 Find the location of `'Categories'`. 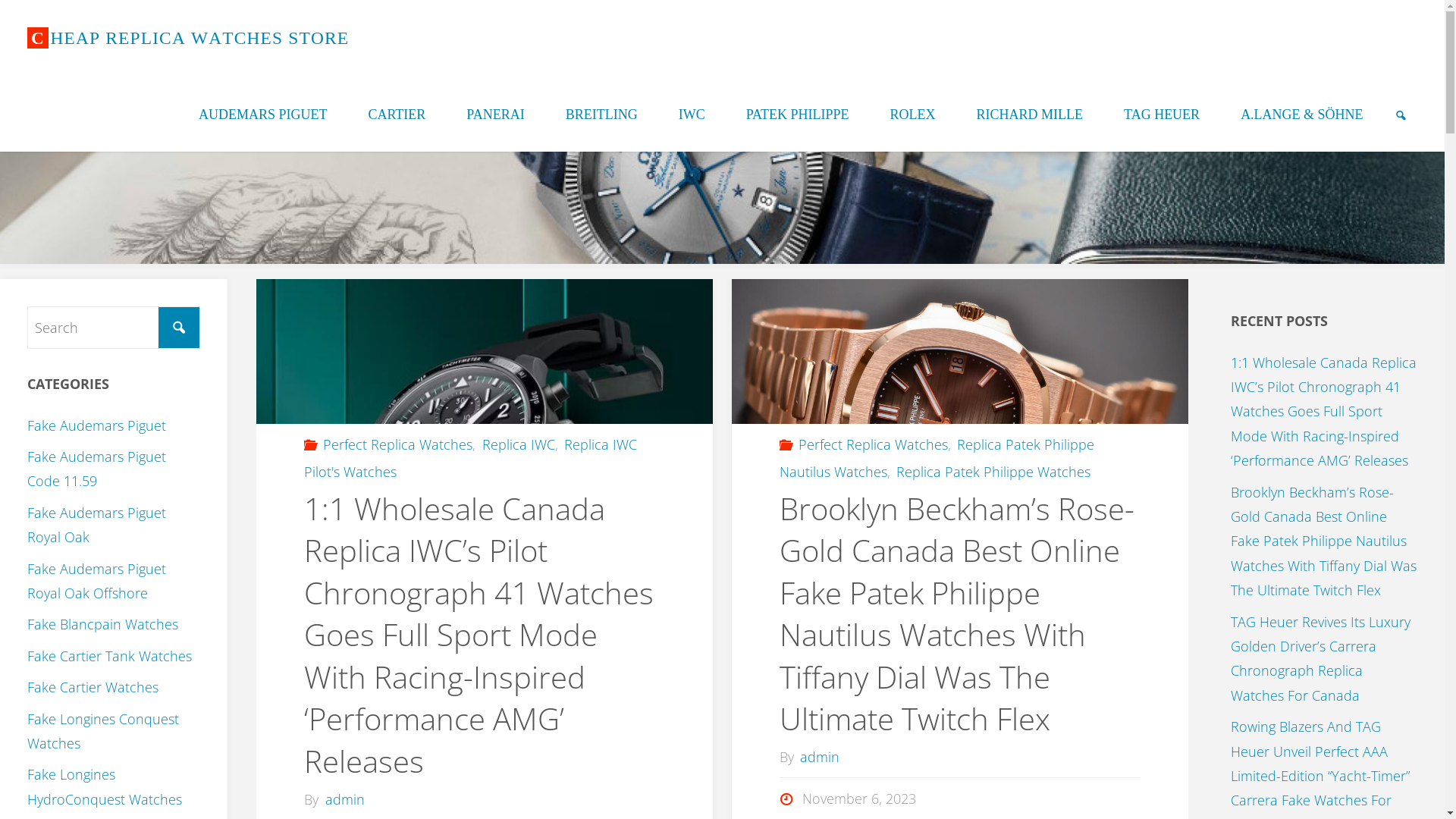

'Categories' is located at coordinates (787, 444).